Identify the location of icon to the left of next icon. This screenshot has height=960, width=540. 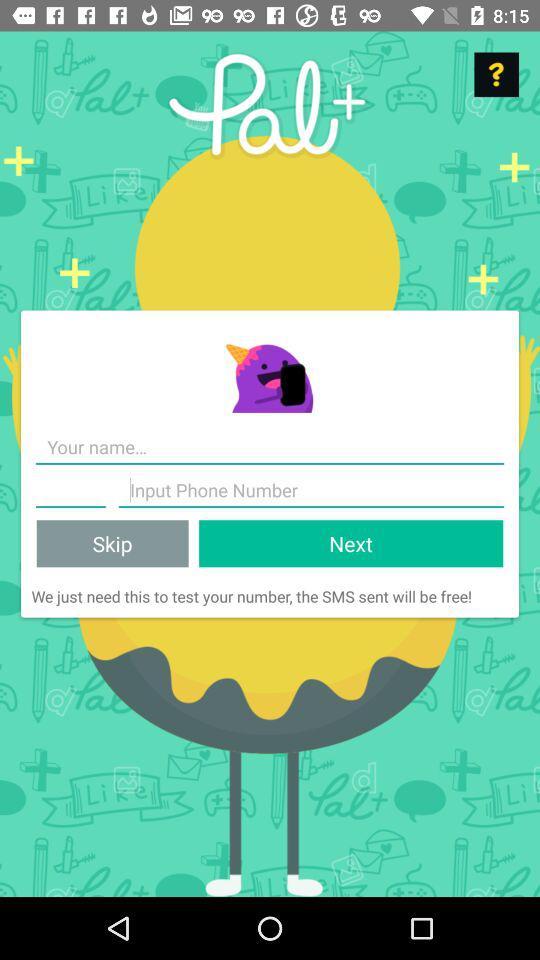
(112, 543).